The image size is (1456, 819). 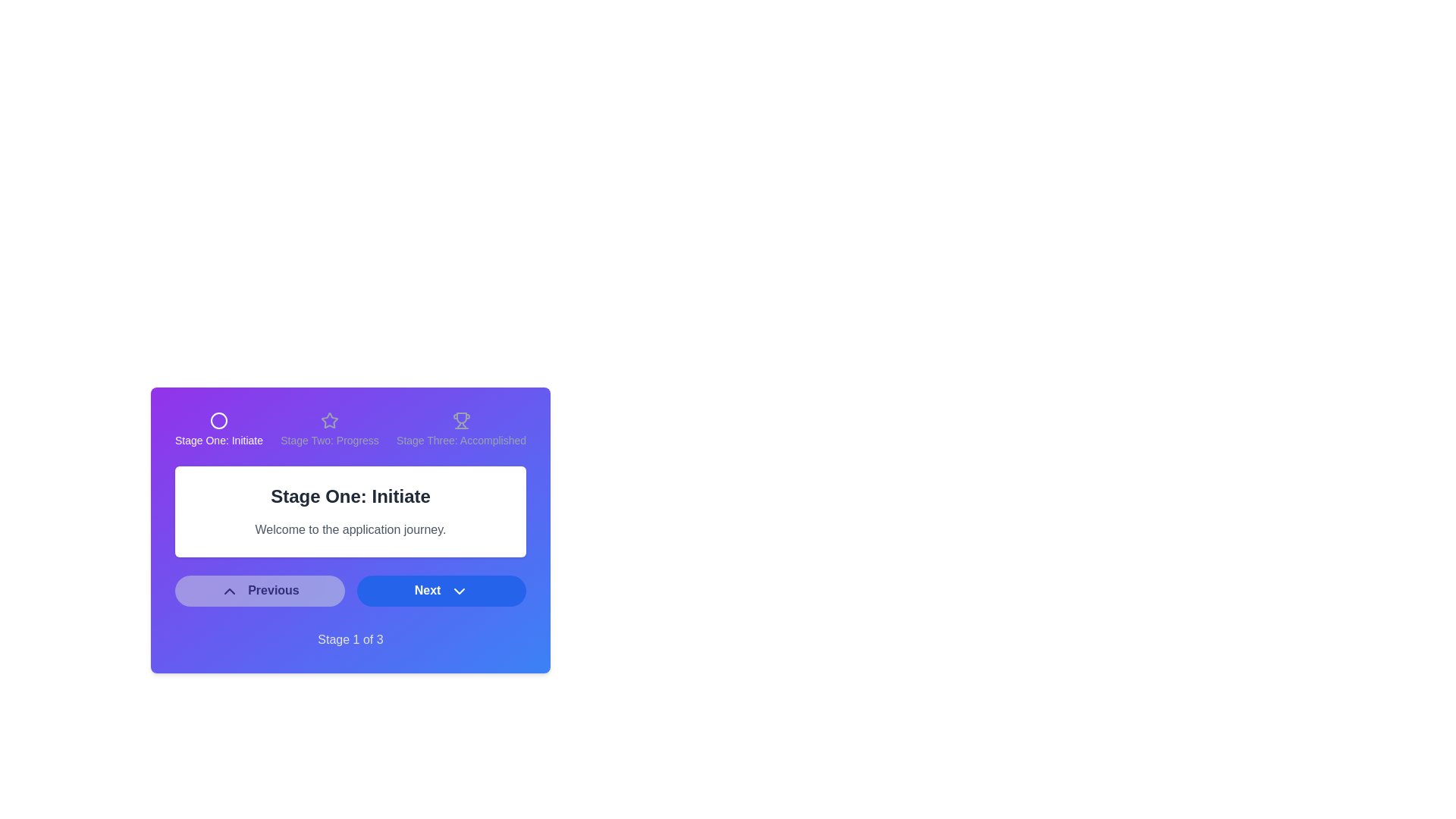 I want to click on text of the label that indicates the current progress stage, which is the second stage labeled 'Progress' in a horizontal sequence of three indicators within a progress bar, so click(x=329, y=441).